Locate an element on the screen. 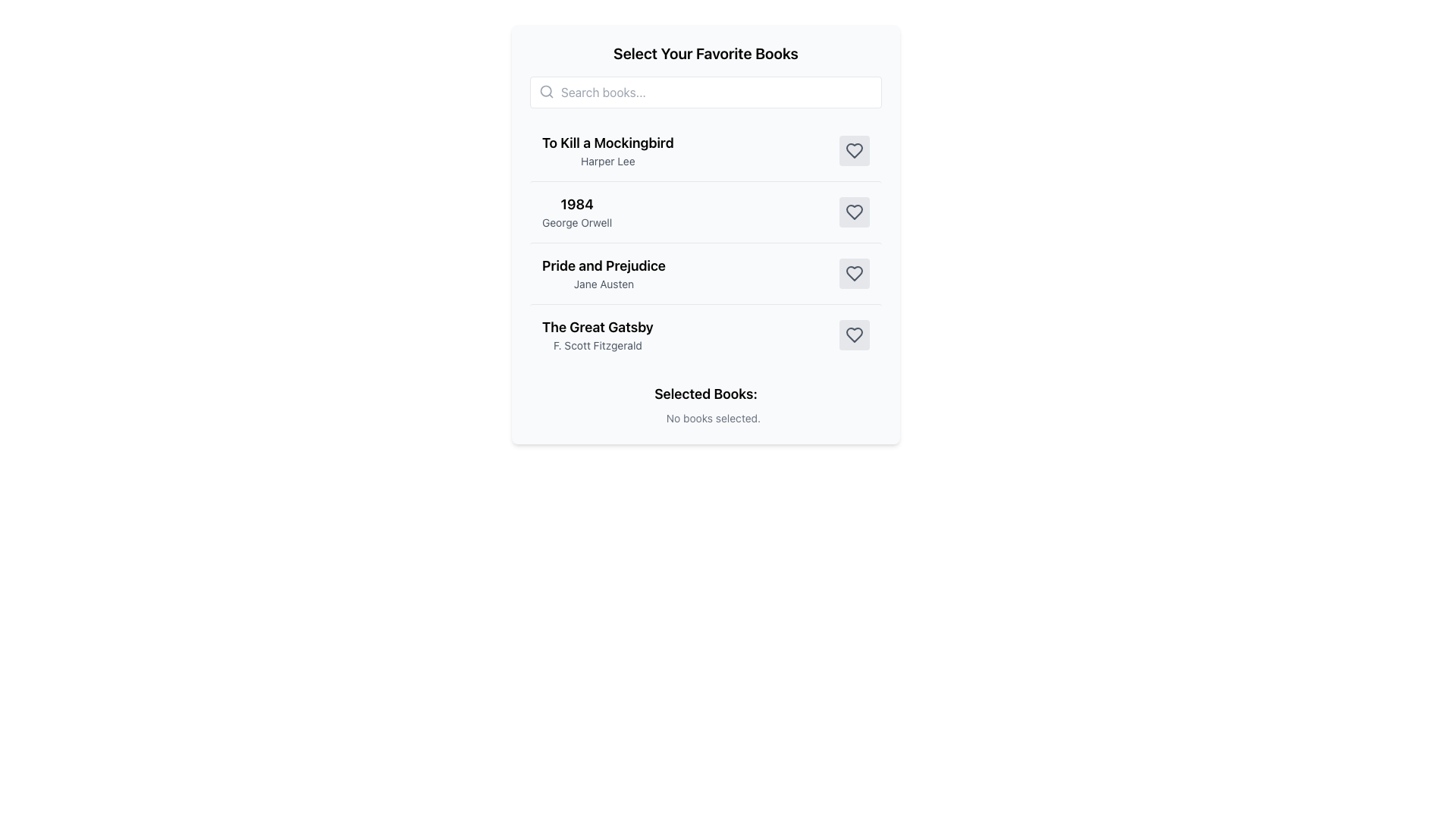 The height and width of the screenshot is (819, 1456). the magnifying glass icon representing the search functionality, located at the top left of the search bar interface is located at coordinates (546, 91).